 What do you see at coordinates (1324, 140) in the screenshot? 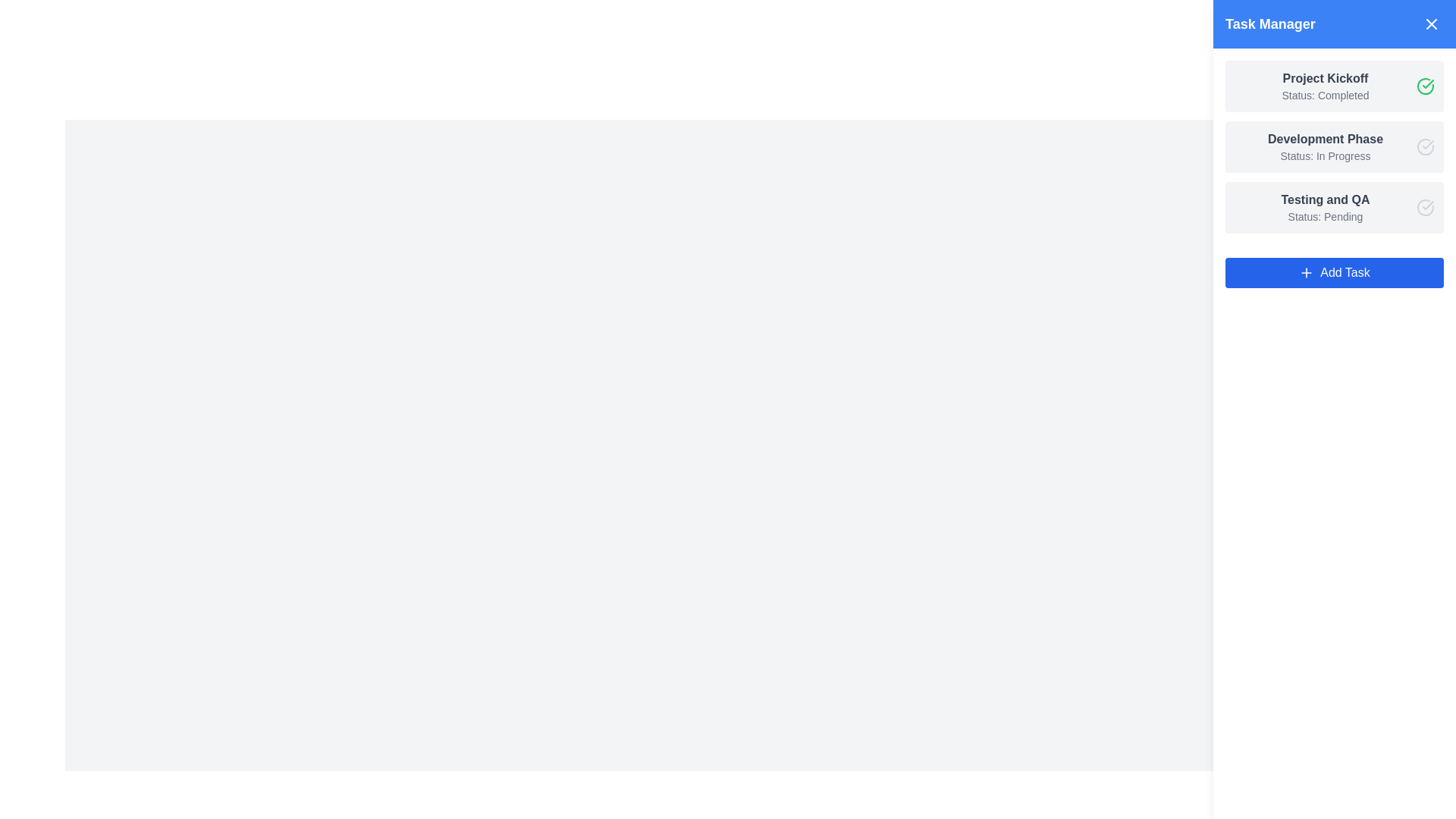
I see `the static text label that serves as the title for the task or phase, located in the middle segment of the sidebar under 'Task Manager', above the text 'Status: In Progress'` at bounding box center [1324, 140].